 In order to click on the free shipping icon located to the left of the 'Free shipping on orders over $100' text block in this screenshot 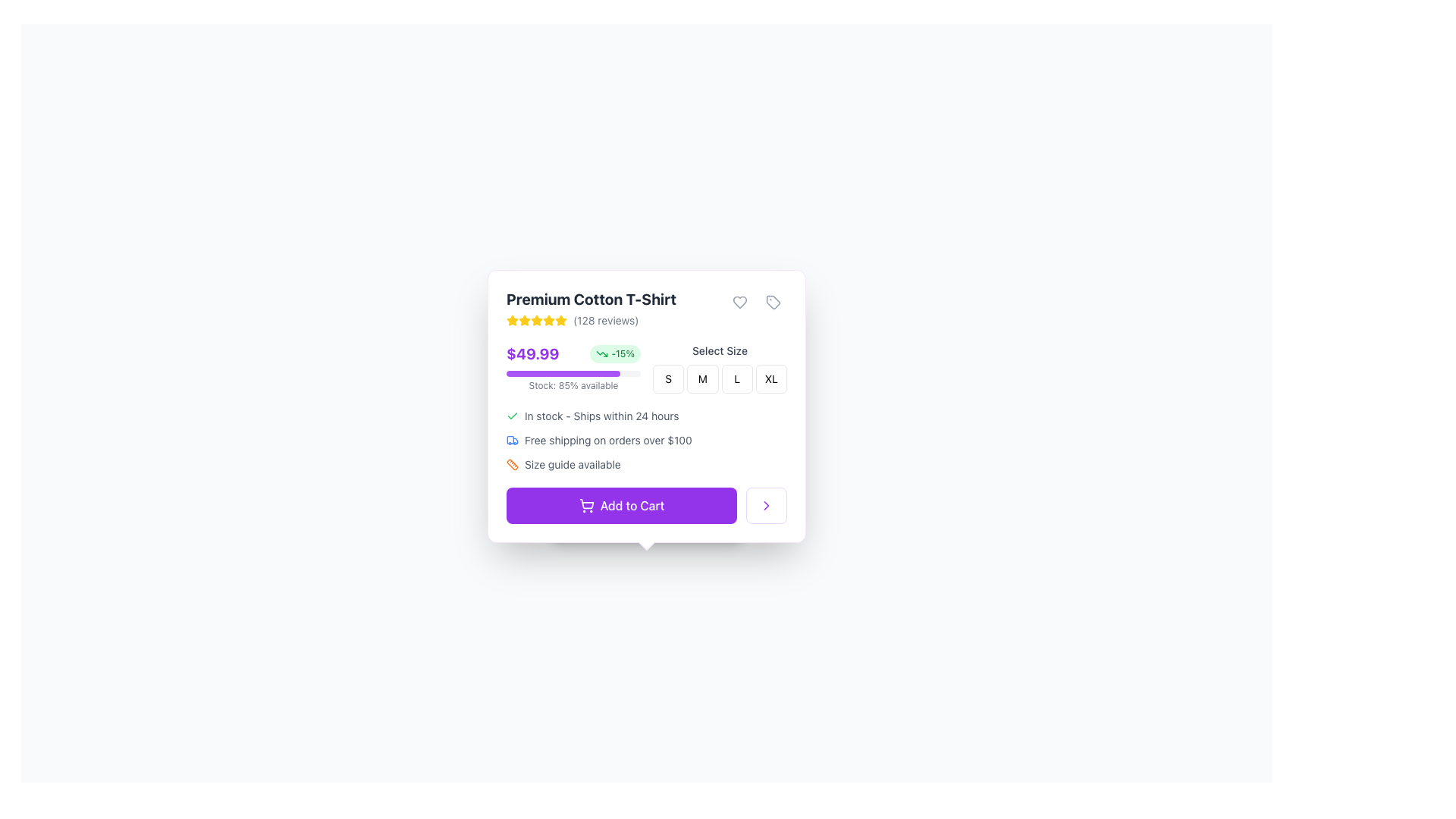, I will do `click(513, 441)`.